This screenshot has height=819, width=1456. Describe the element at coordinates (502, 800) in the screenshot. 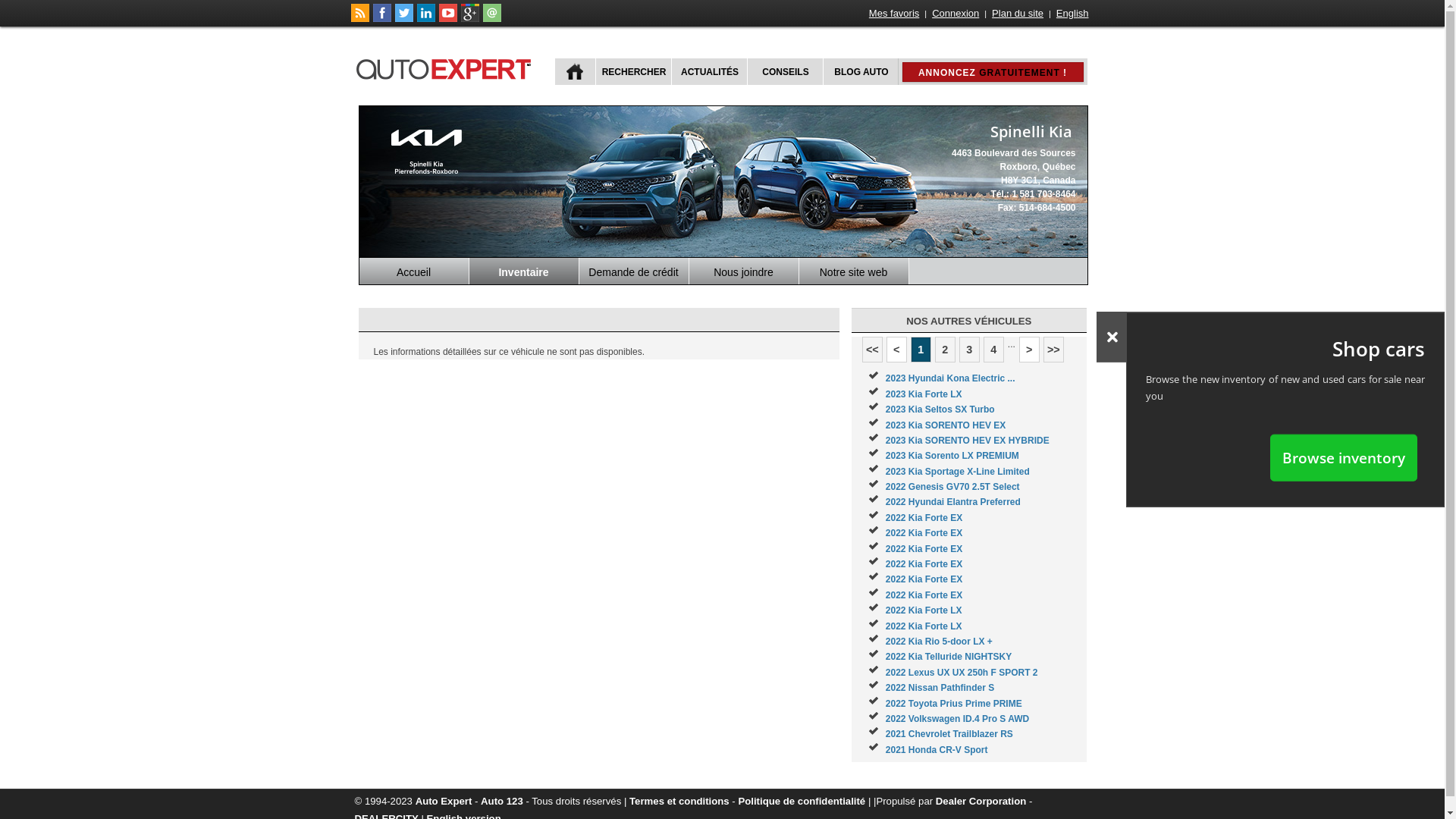

I see `'Auto 123'` at that location.